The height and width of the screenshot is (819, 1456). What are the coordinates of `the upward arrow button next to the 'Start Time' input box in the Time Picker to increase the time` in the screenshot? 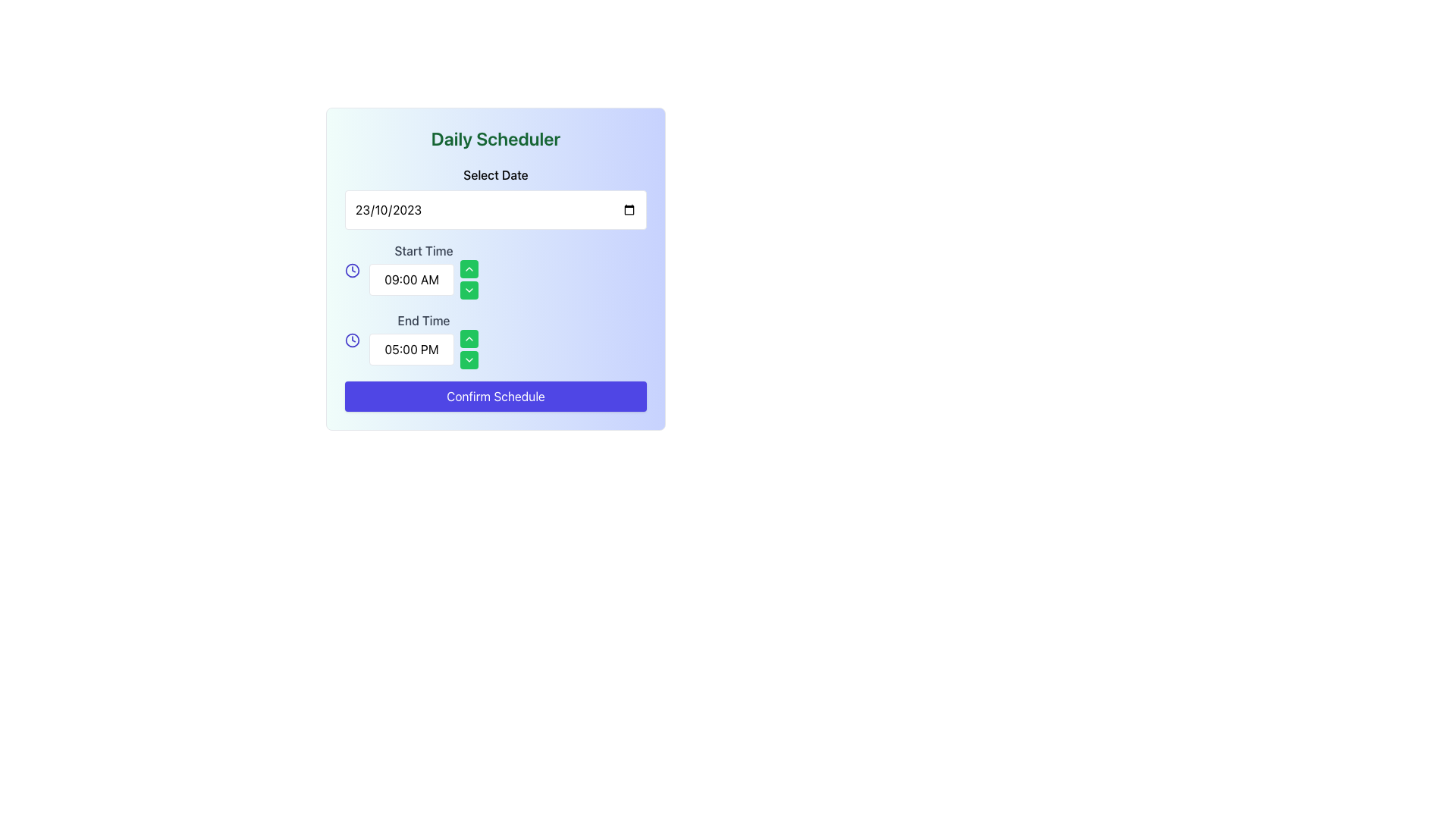 It's located at (423, 270).